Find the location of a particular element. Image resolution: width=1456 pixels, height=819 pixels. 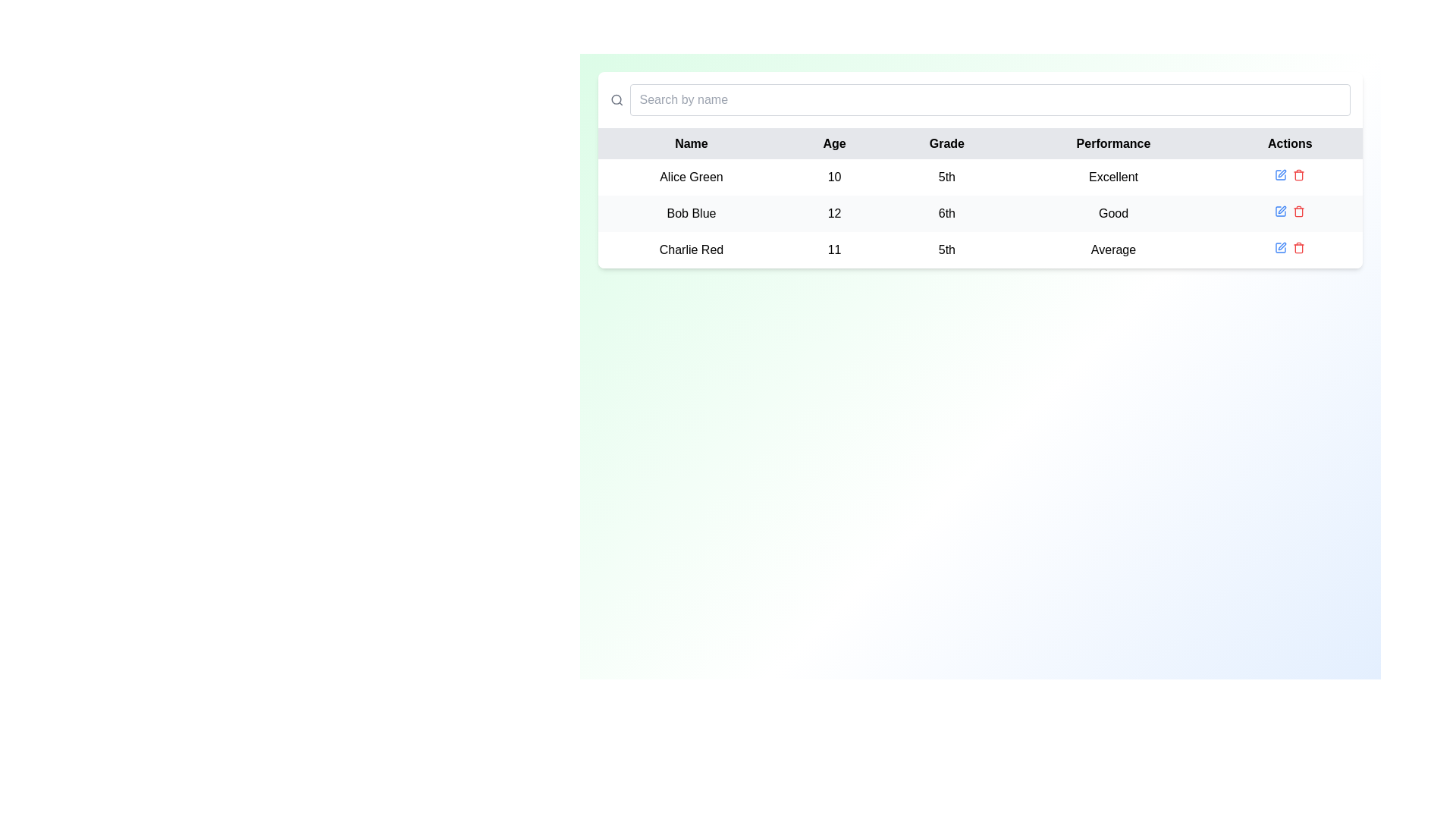

the delete button located in the rightmost part of the 'Actions' column of the table, specifically aligned with the 'Alice Green' row is located at coordinates (1298, 174).